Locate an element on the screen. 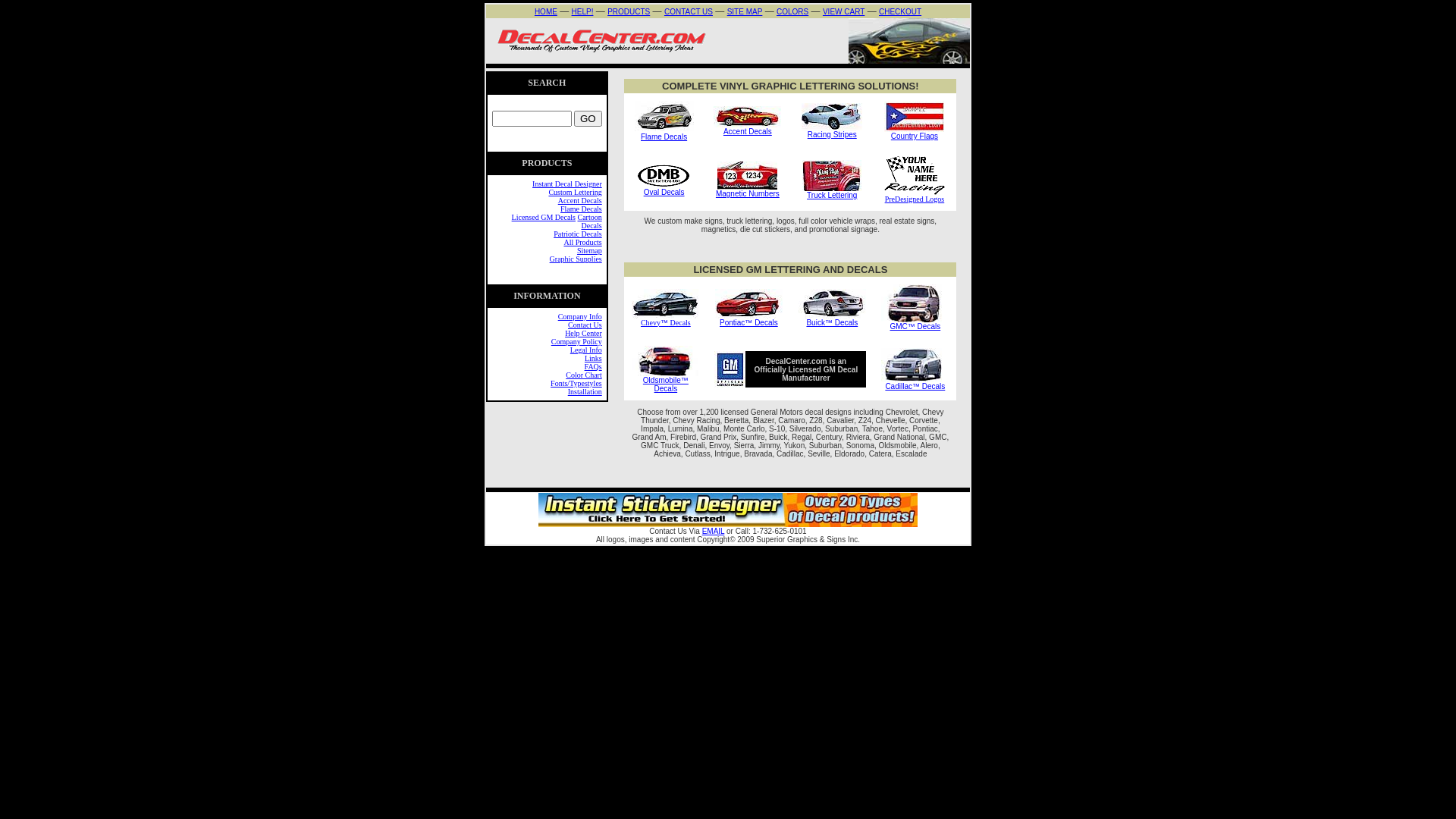  'PRODUCTS' is located at coordinates (629, 11).